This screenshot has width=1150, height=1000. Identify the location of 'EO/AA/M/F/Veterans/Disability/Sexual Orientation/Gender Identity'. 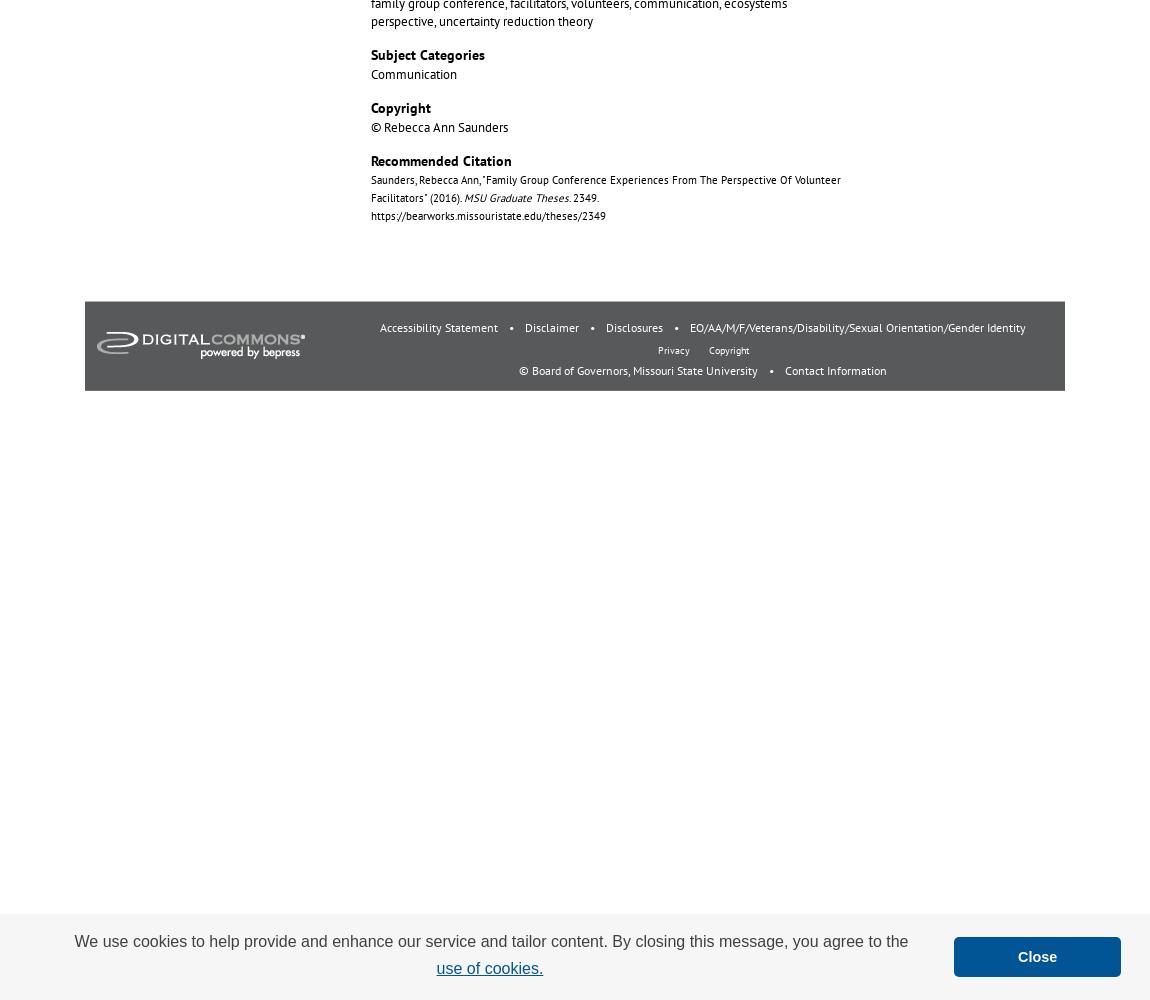
(857, 326).